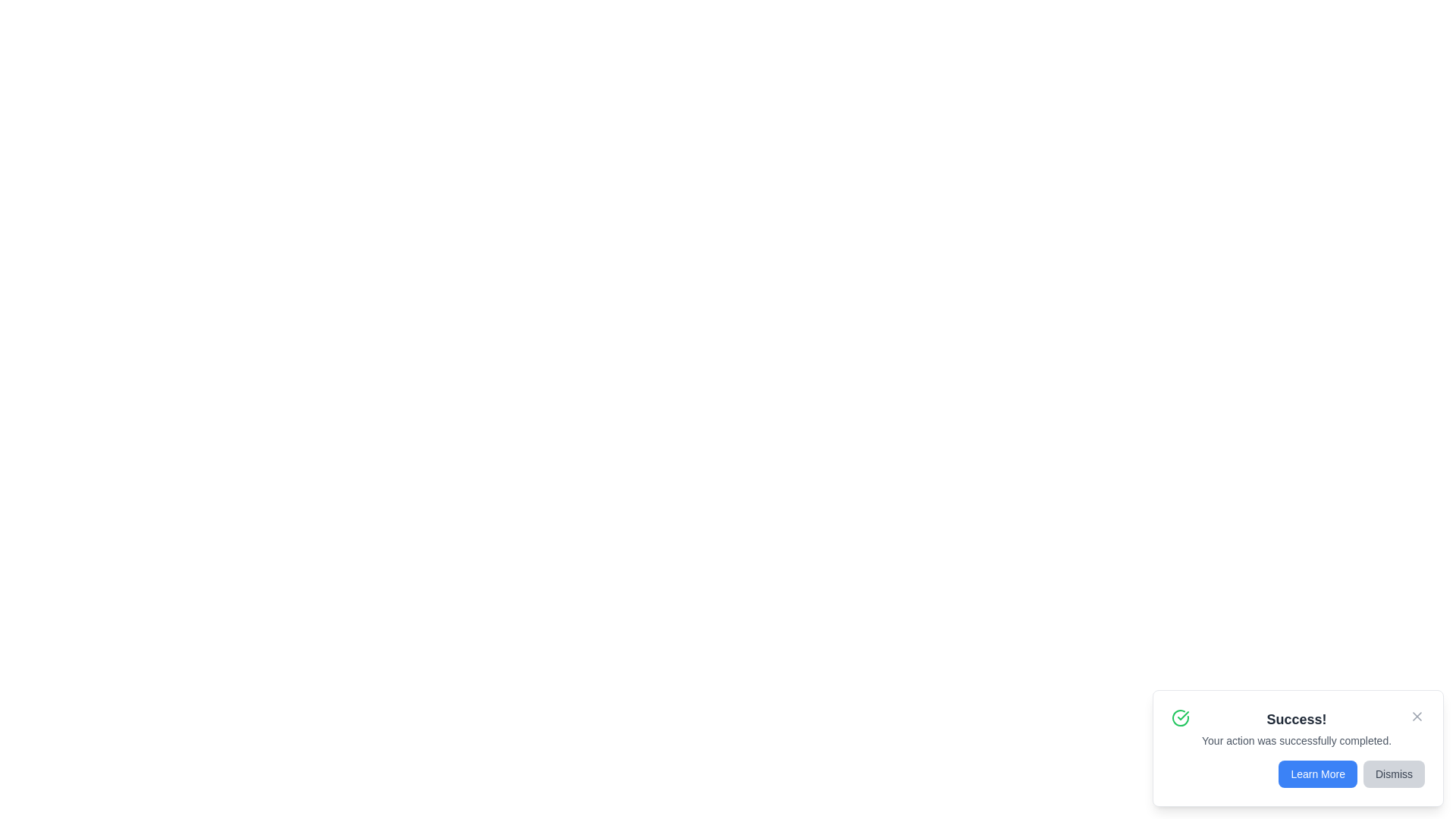 This screenshot has height=819, width=1456. I want to click on the close button in the alert, so click(1416, 717).